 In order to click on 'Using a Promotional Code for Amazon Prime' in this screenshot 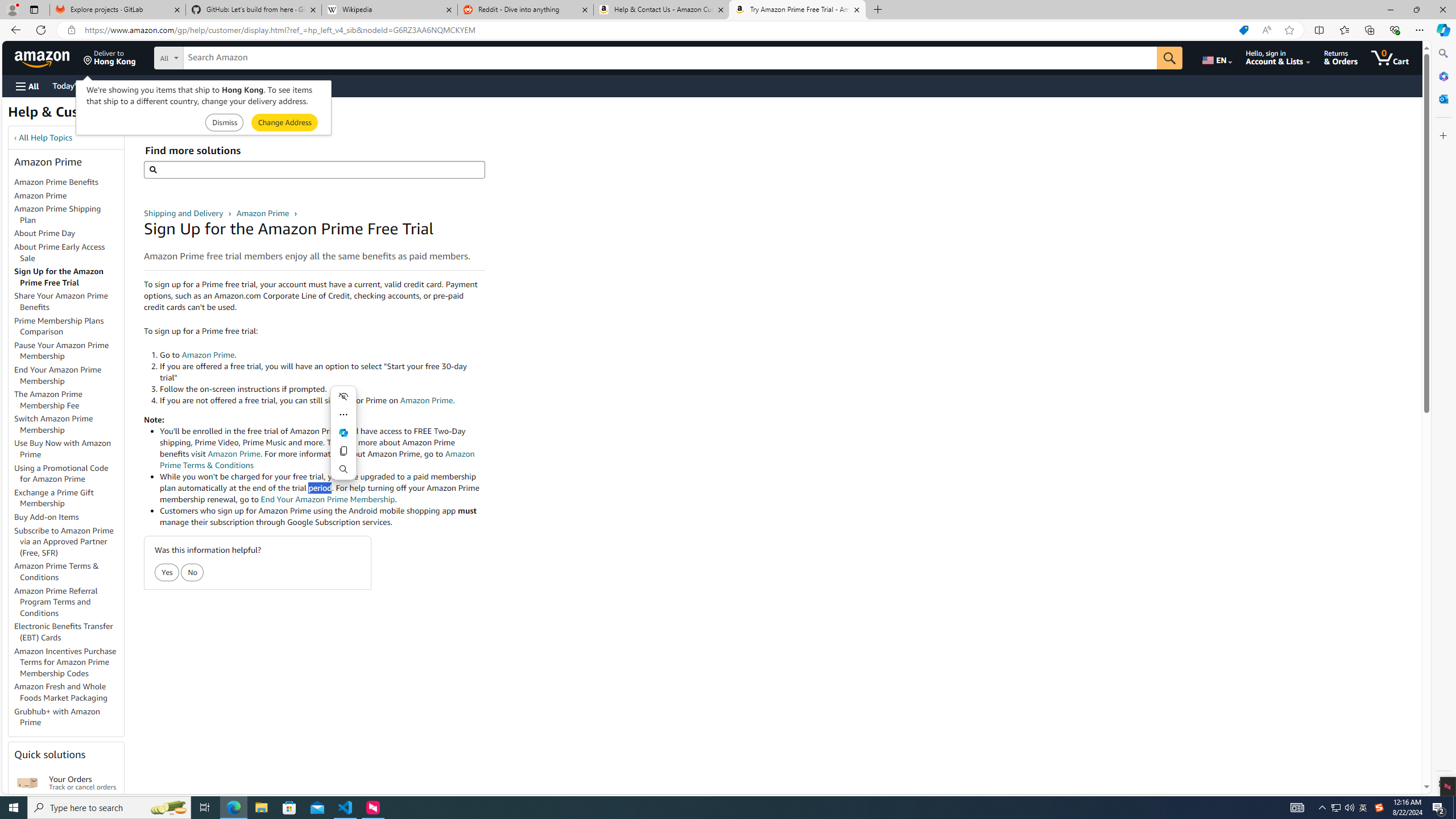, I will do `click(69, 473)`.